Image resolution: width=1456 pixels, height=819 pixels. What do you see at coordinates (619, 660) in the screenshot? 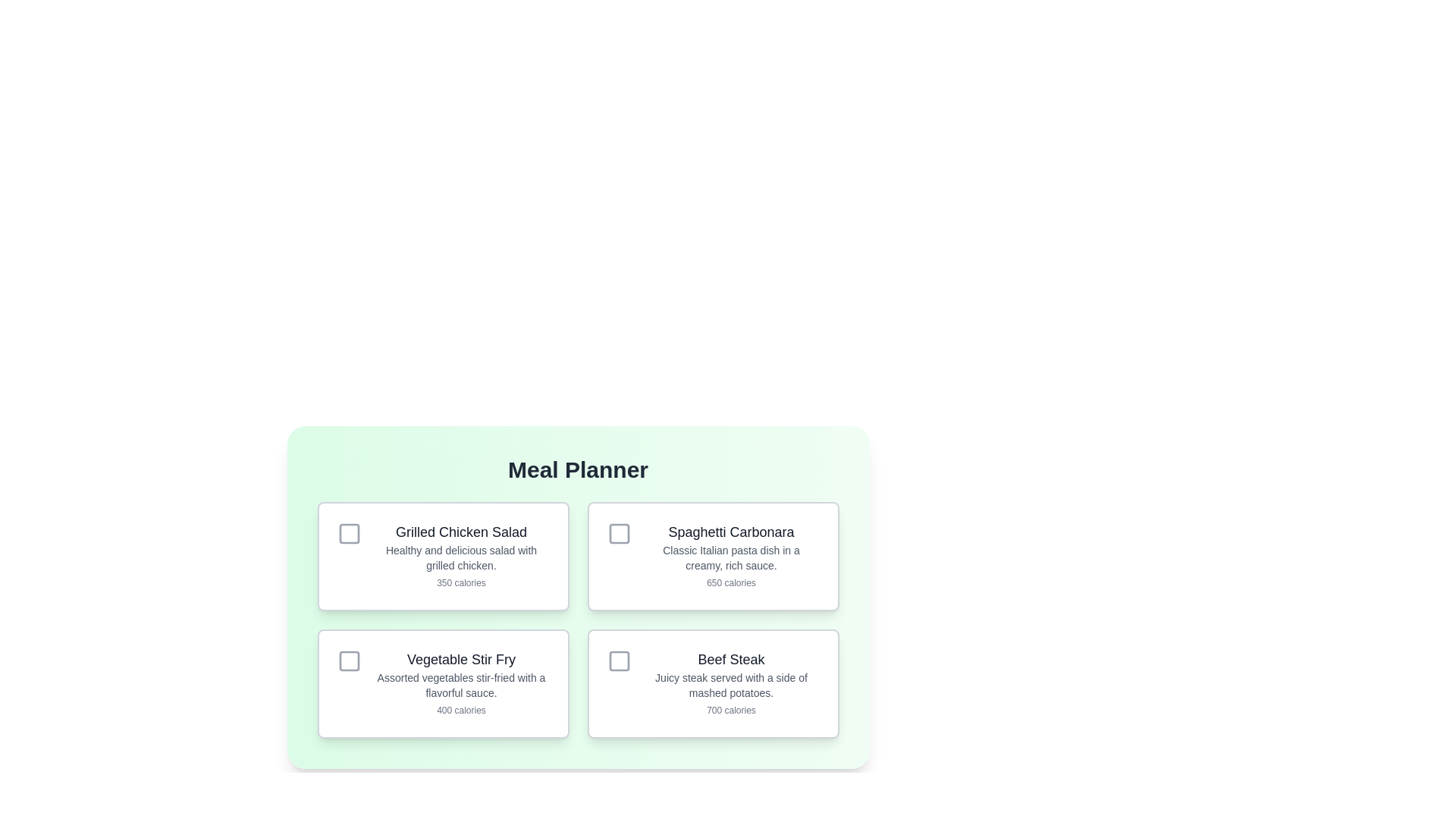
I see `the Checkbox state indicator for the 'Beef Steak' item in the meal planner` at bounding box center [619, 660].